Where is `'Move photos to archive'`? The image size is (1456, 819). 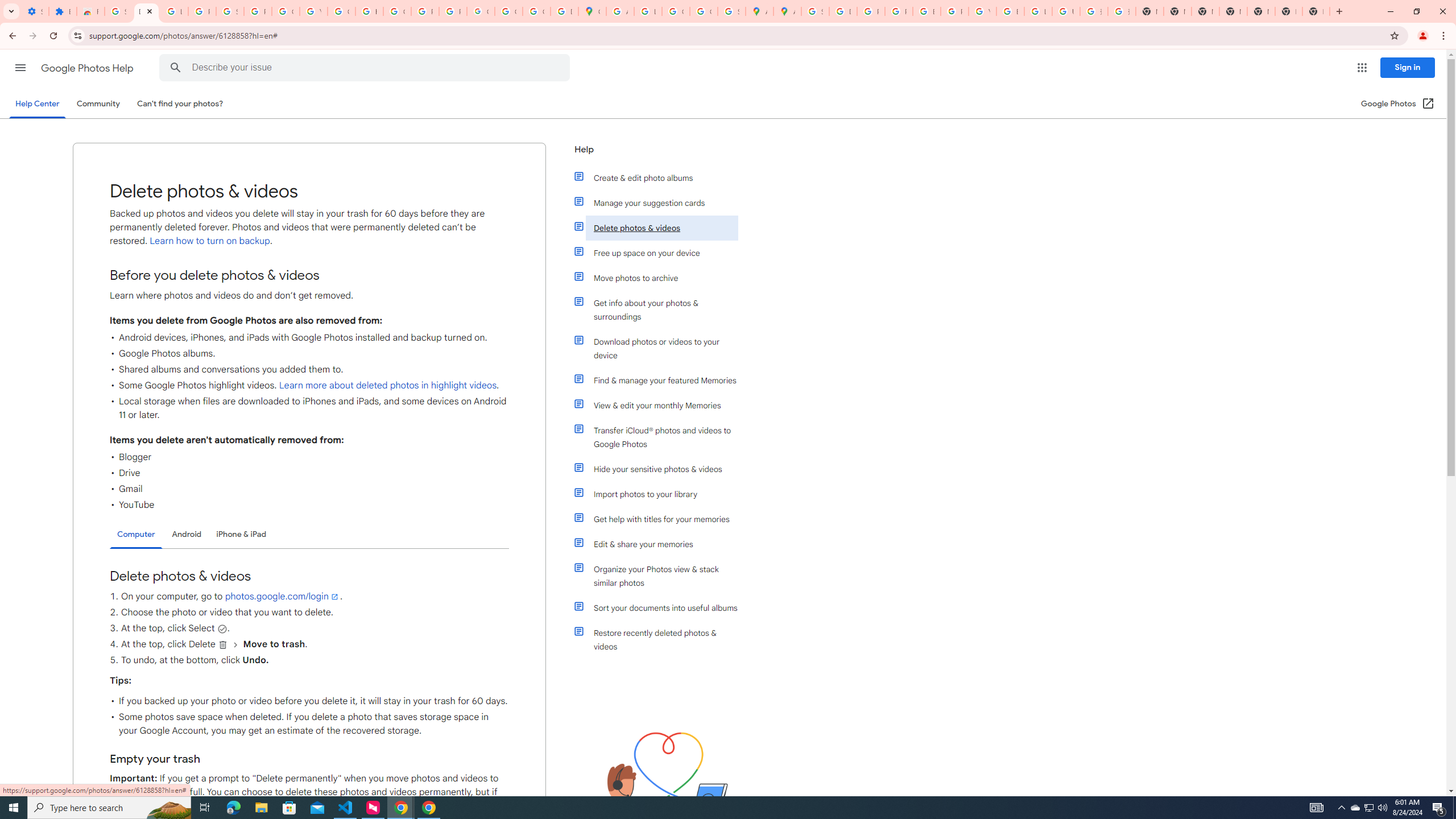
'Move photos to archive' is located at coordinates (661, 277).